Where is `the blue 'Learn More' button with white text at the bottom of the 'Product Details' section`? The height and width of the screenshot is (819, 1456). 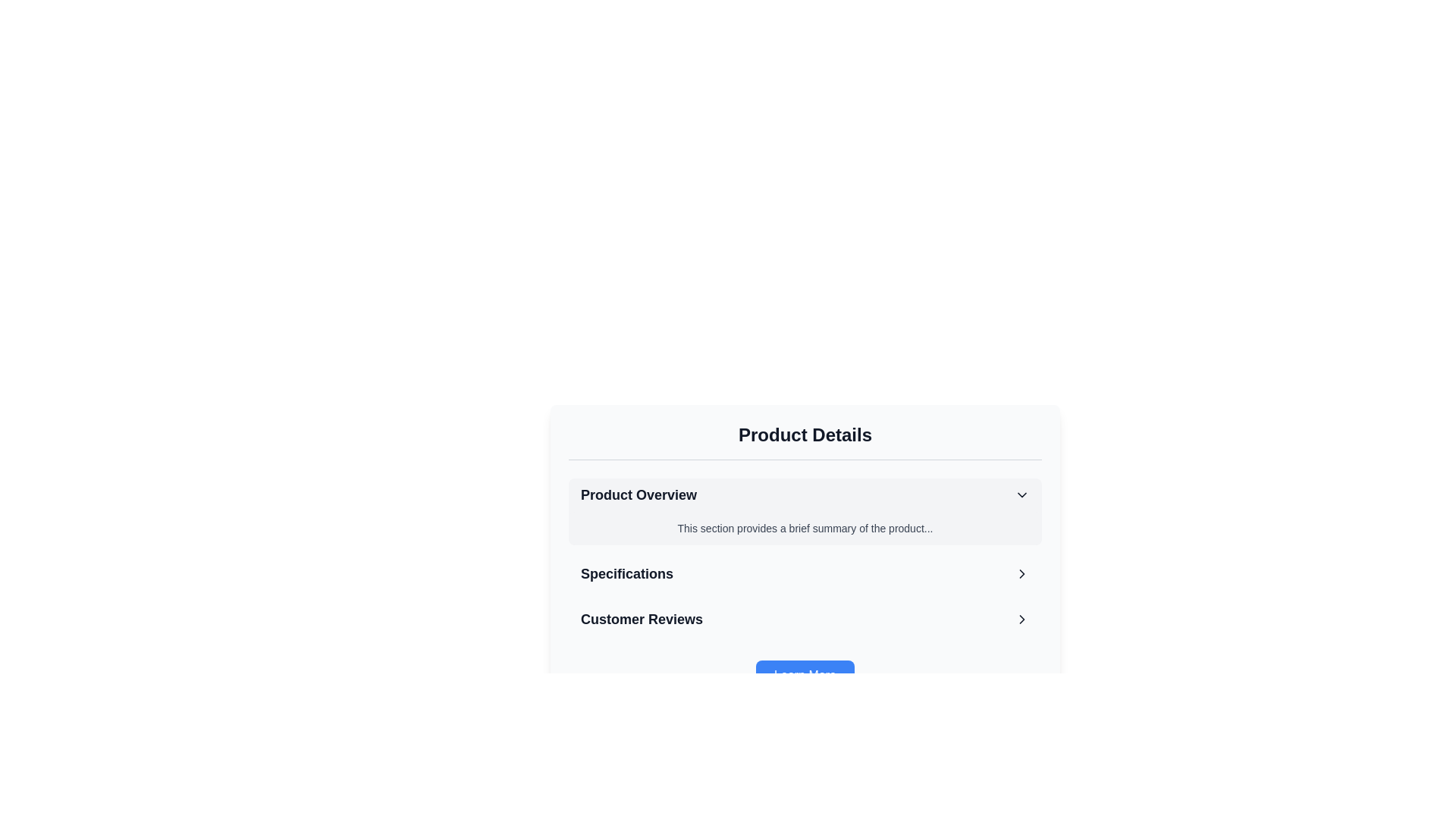 the blue 'Learn More' button with white text at the bottom of the 'Product Details' section is located at coordinates (804, 675).